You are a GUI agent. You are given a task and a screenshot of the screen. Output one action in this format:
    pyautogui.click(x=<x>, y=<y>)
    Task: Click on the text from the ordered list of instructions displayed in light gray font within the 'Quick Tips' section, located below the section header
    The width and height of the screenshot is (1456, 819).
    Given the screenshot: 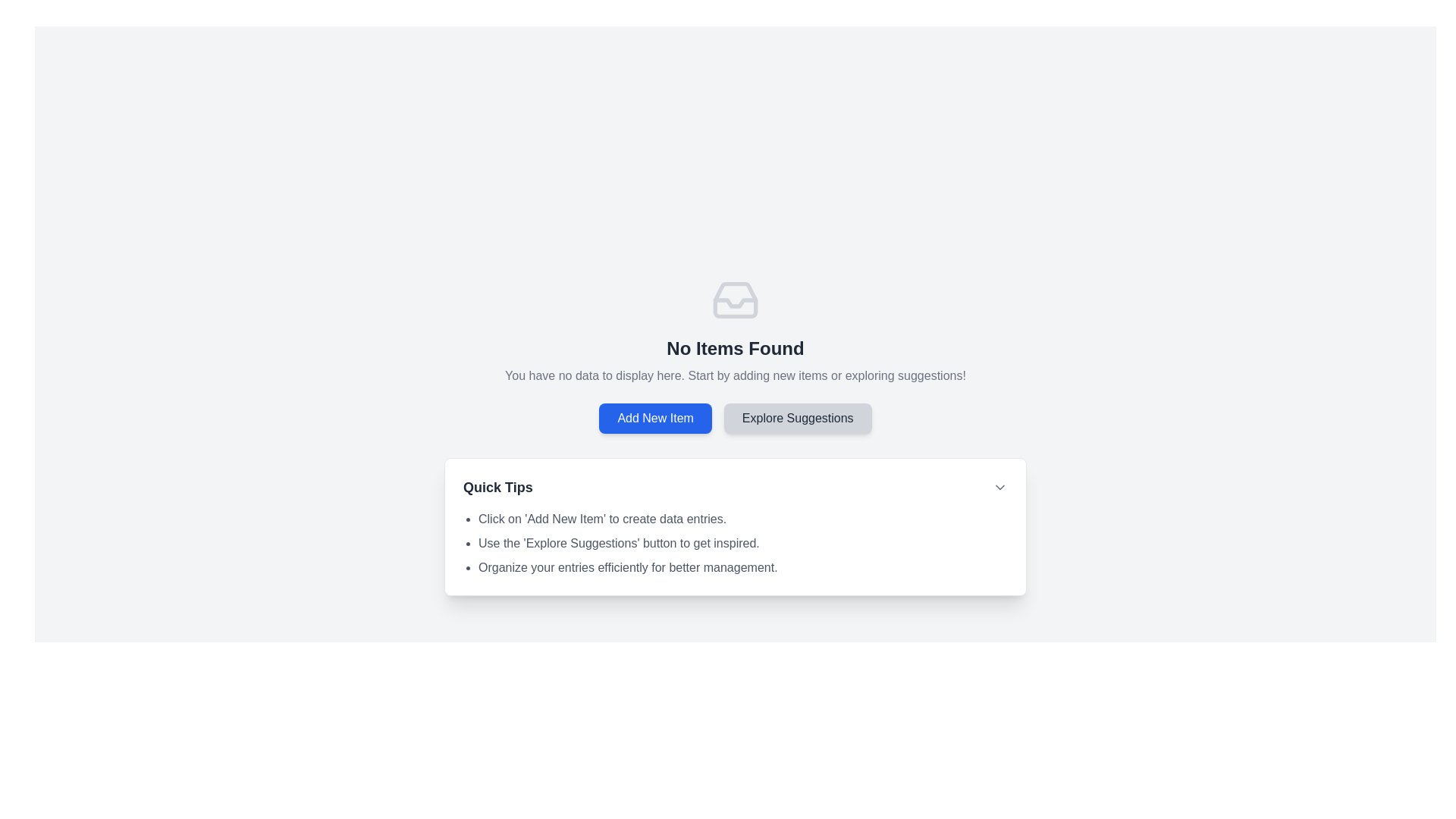 What is the action you would take?
    pyautogui.click(x=735, y=543)
    